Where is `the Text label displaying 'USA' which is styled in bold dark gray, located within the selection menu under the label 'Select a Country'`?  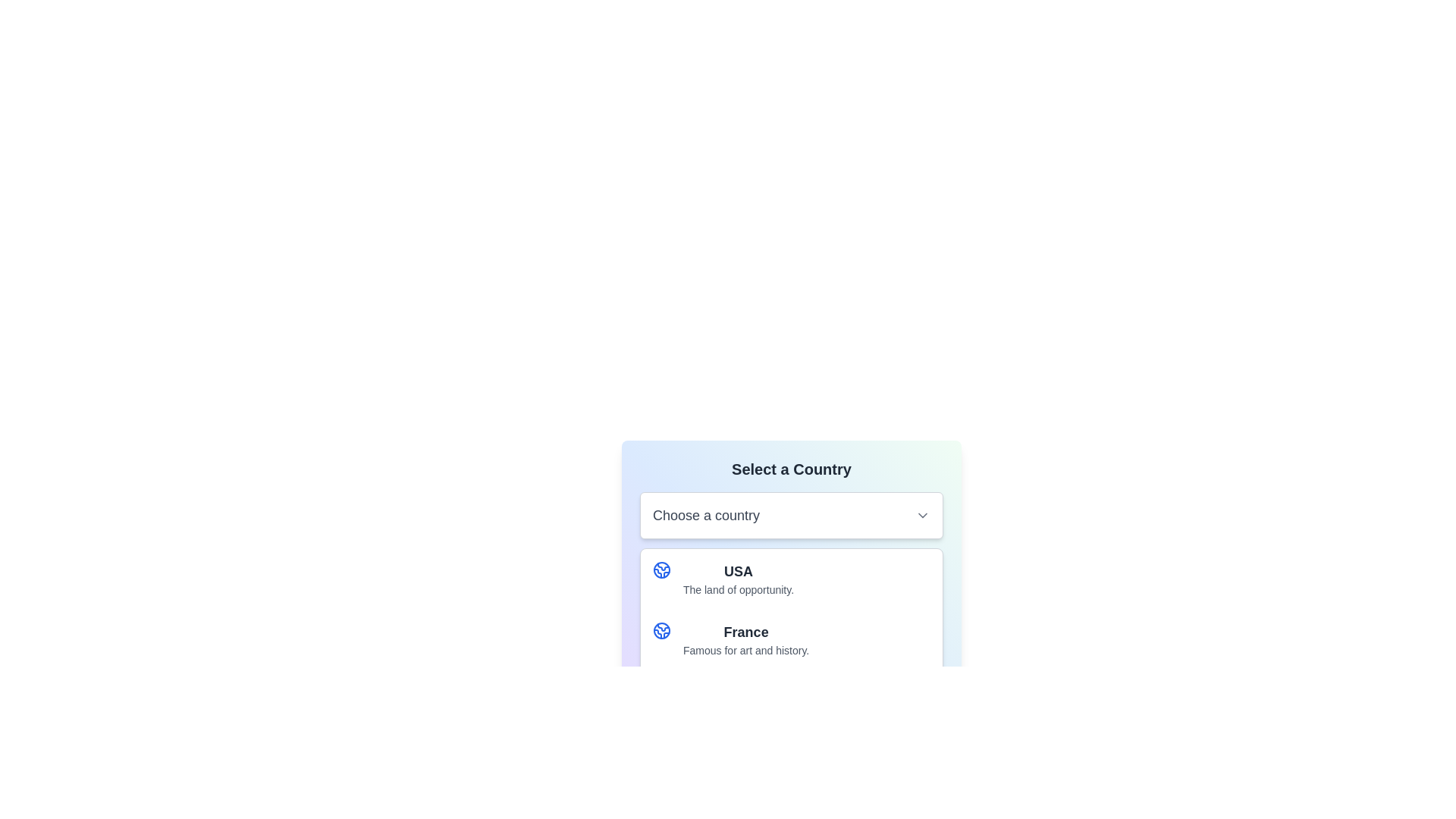
the Text label displaying 'USA' which is styled in bold dark gray, located within the selection menu under the label 'Select a Country' is located at coordinates (739, 571).